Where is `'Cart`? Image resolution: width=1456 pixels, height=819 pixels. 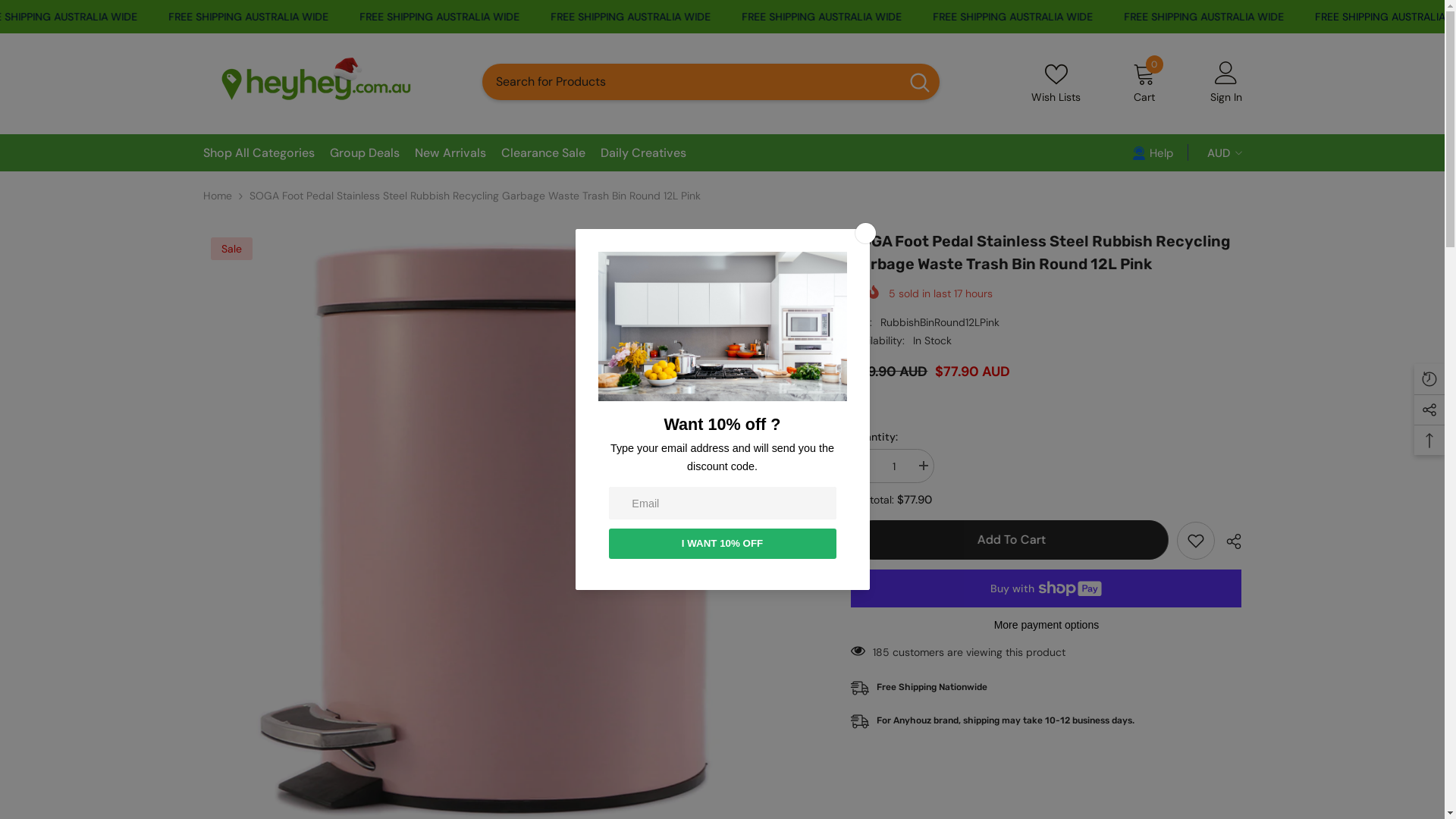 'Cart is located at coordinates (1144, 82).